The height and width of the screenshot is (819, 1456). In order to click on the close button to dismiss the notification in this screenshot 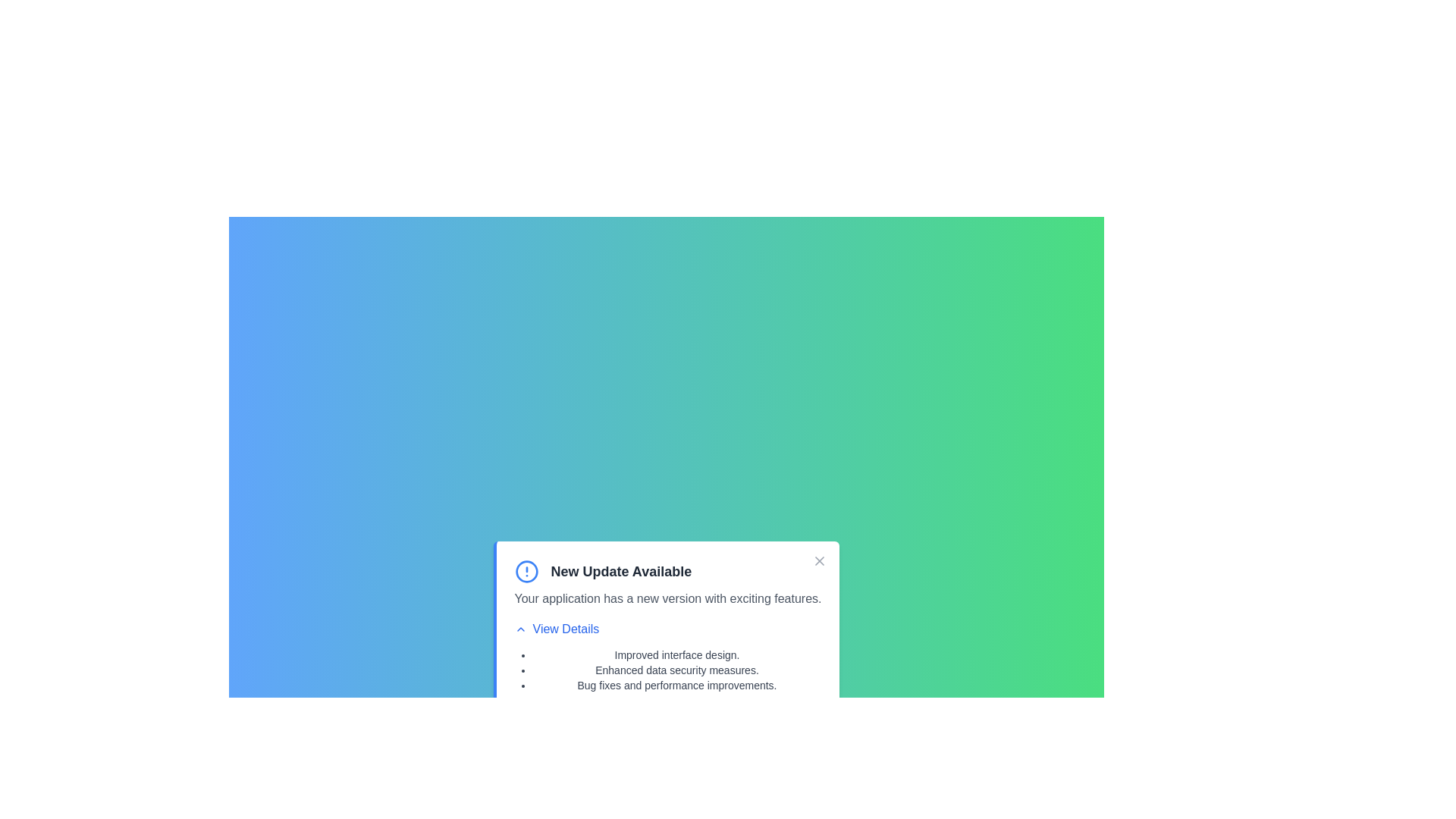, I will do `click(819, 561)`.